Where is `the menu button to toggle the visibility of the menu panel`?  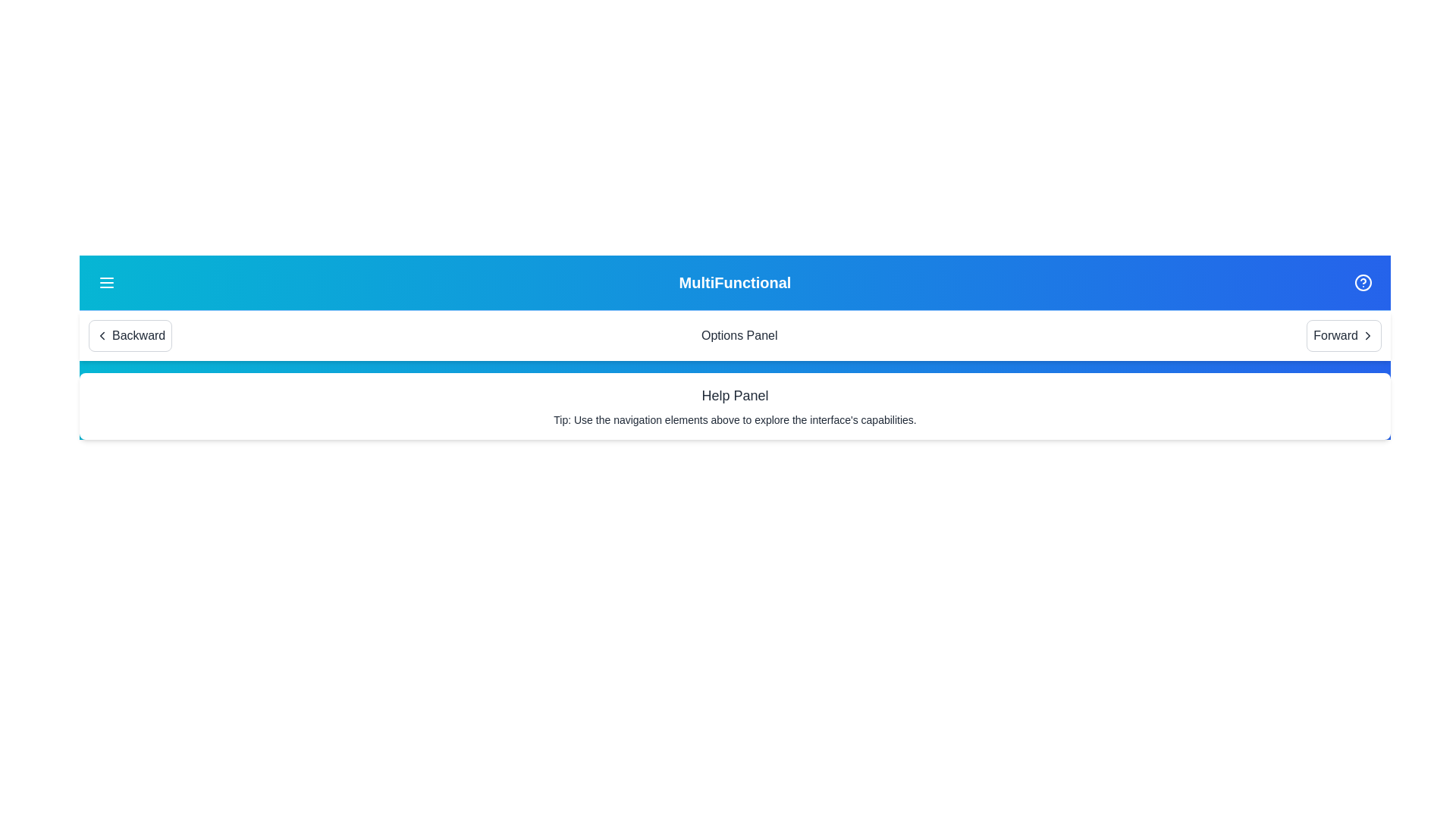 the menu button to toggle the visibility of the menu panel is located at coordinates (105, 283).